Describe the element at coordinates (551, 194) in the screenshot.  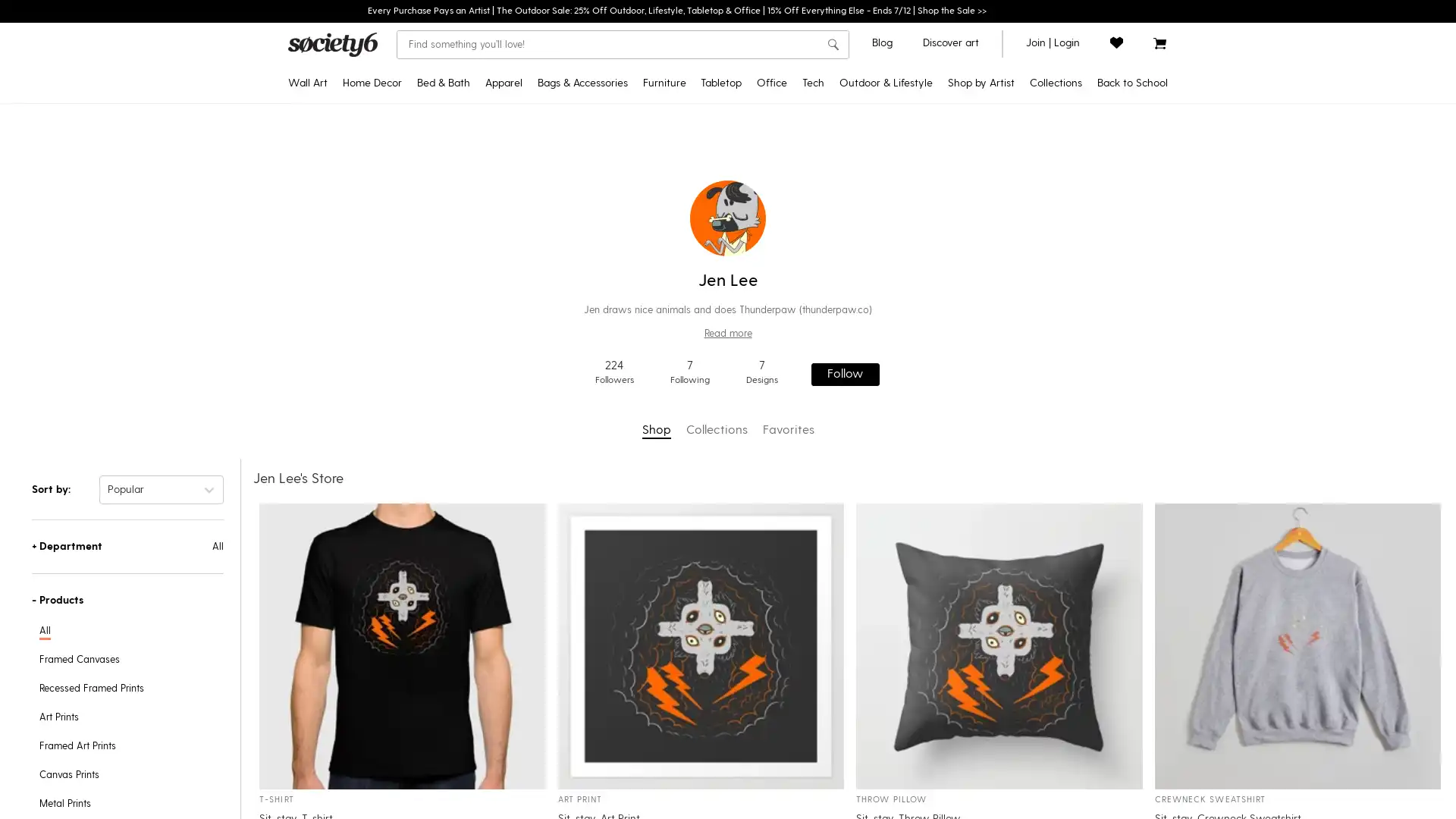
I see `Long Sleeve T-Shirts` at that location.